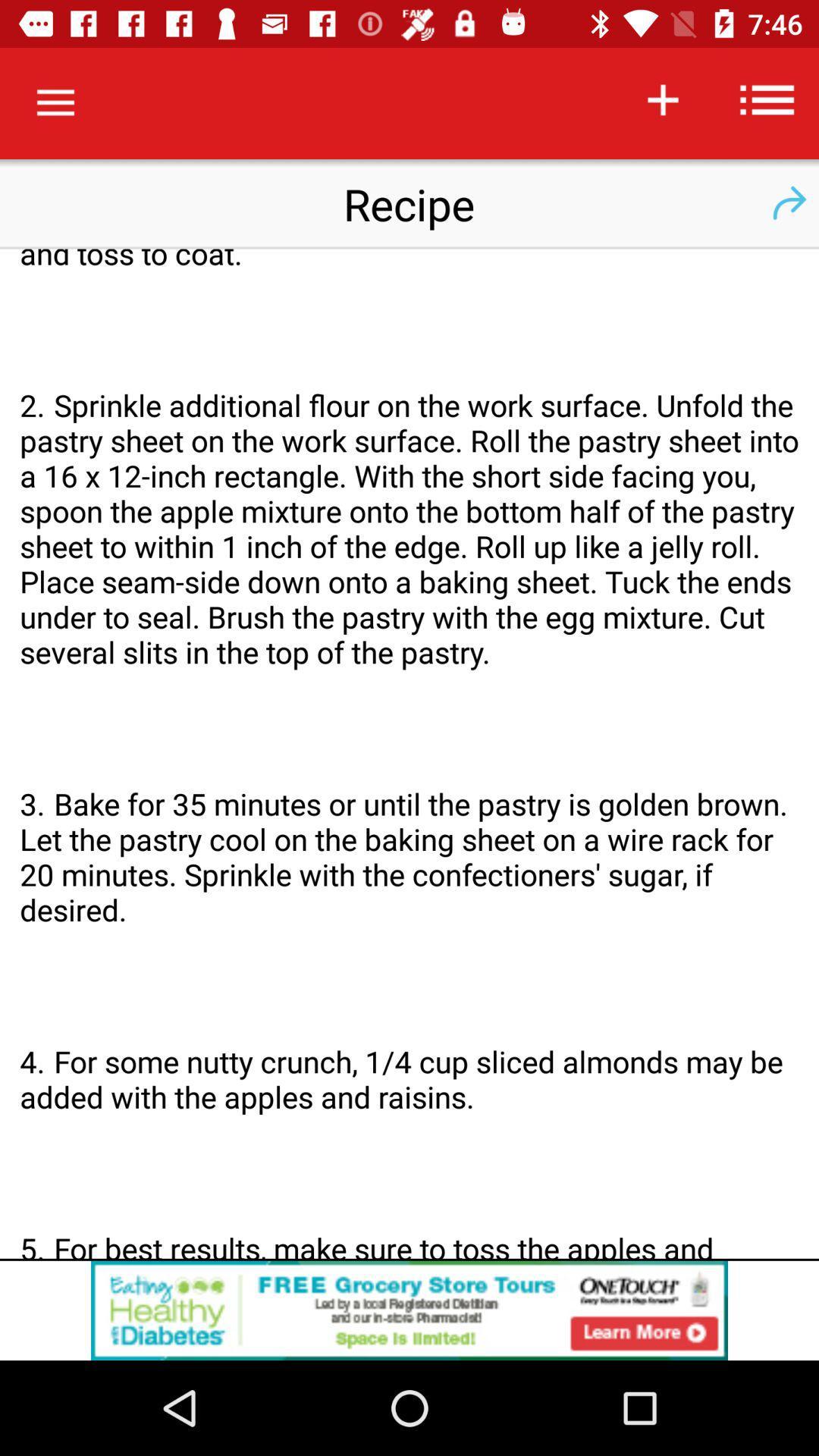 The height and width of the screenshot is (1456, 819). What do you see at coordinates (788, 202) in the screenshot?
I see `the redo icon` at bounding box center [788, 202].